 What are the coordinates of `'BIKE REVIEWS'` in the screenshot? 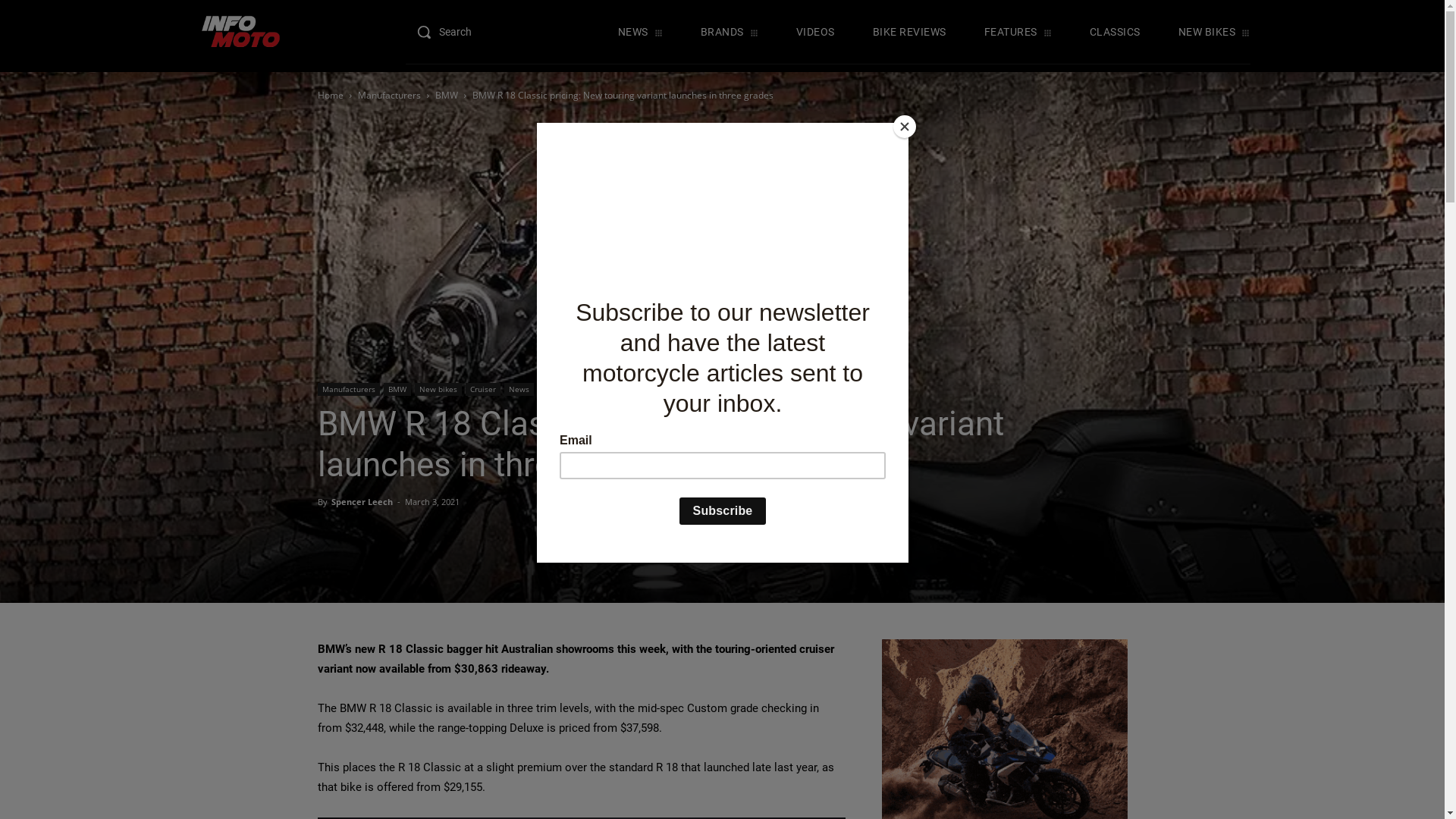 It's located at (909, 32).